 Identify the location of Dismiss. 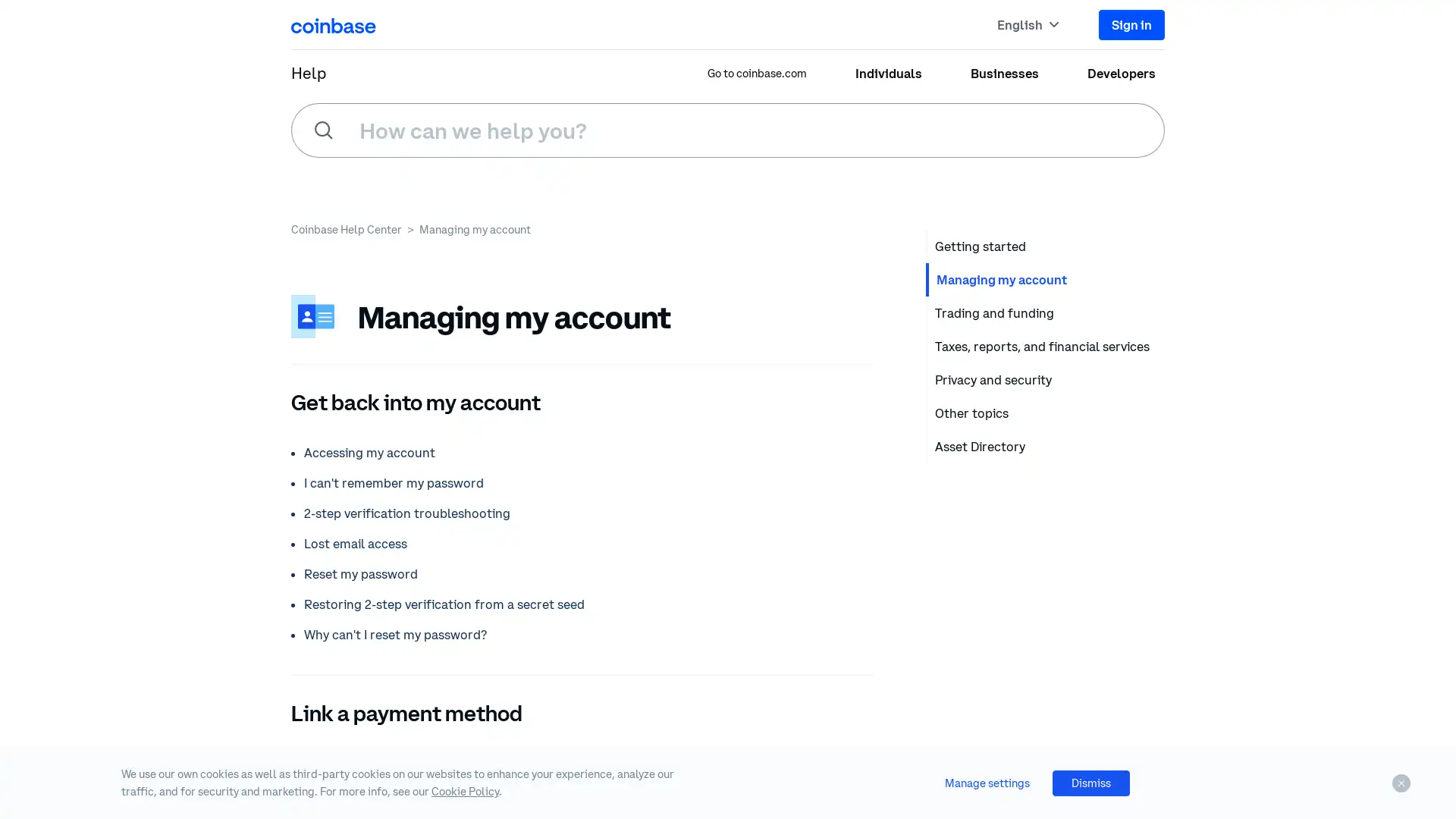
(1090, 783).